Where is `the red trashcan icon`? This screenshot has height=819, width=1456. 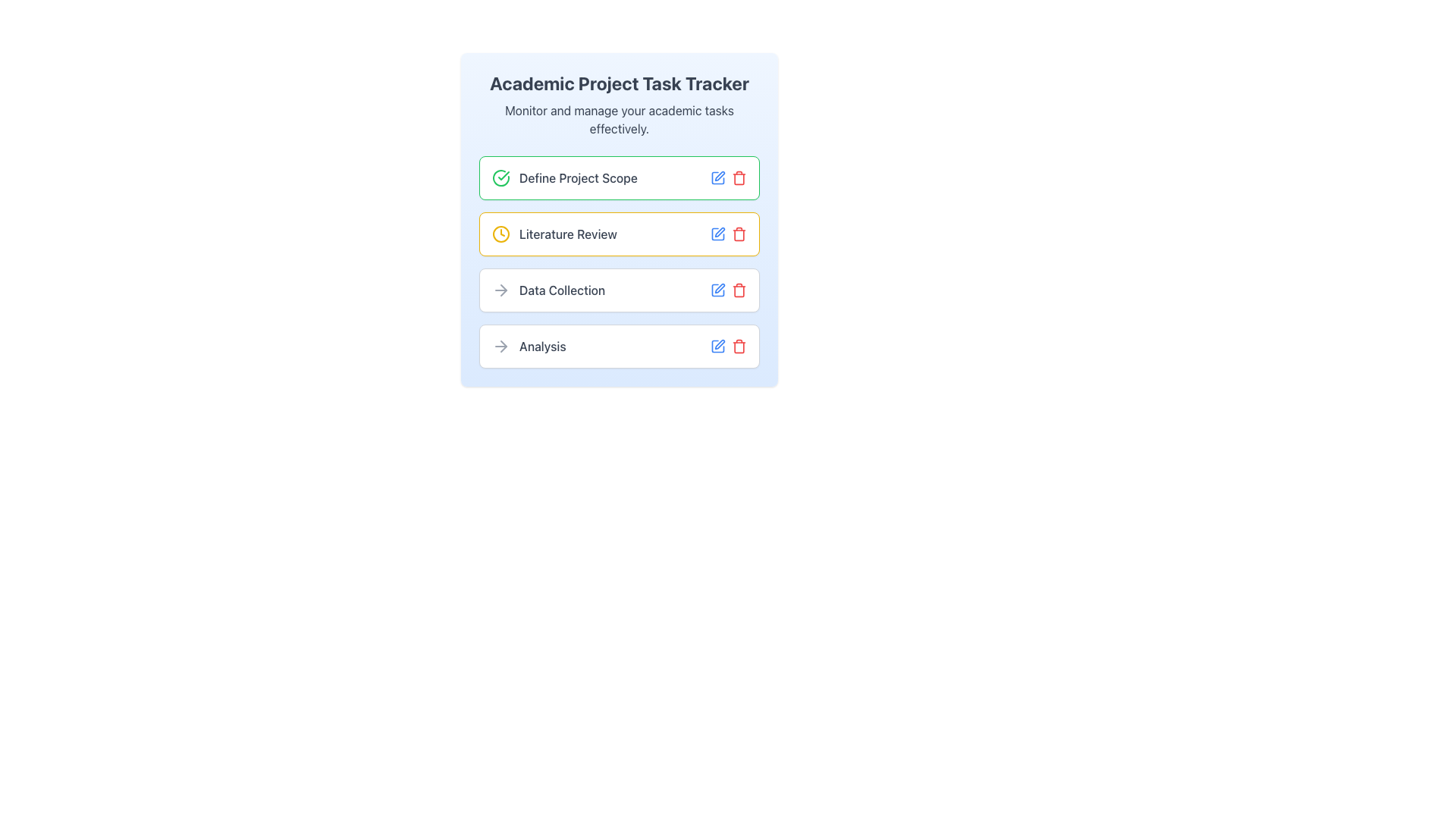
the red trashcan icon is located at coordinates (728, 346).